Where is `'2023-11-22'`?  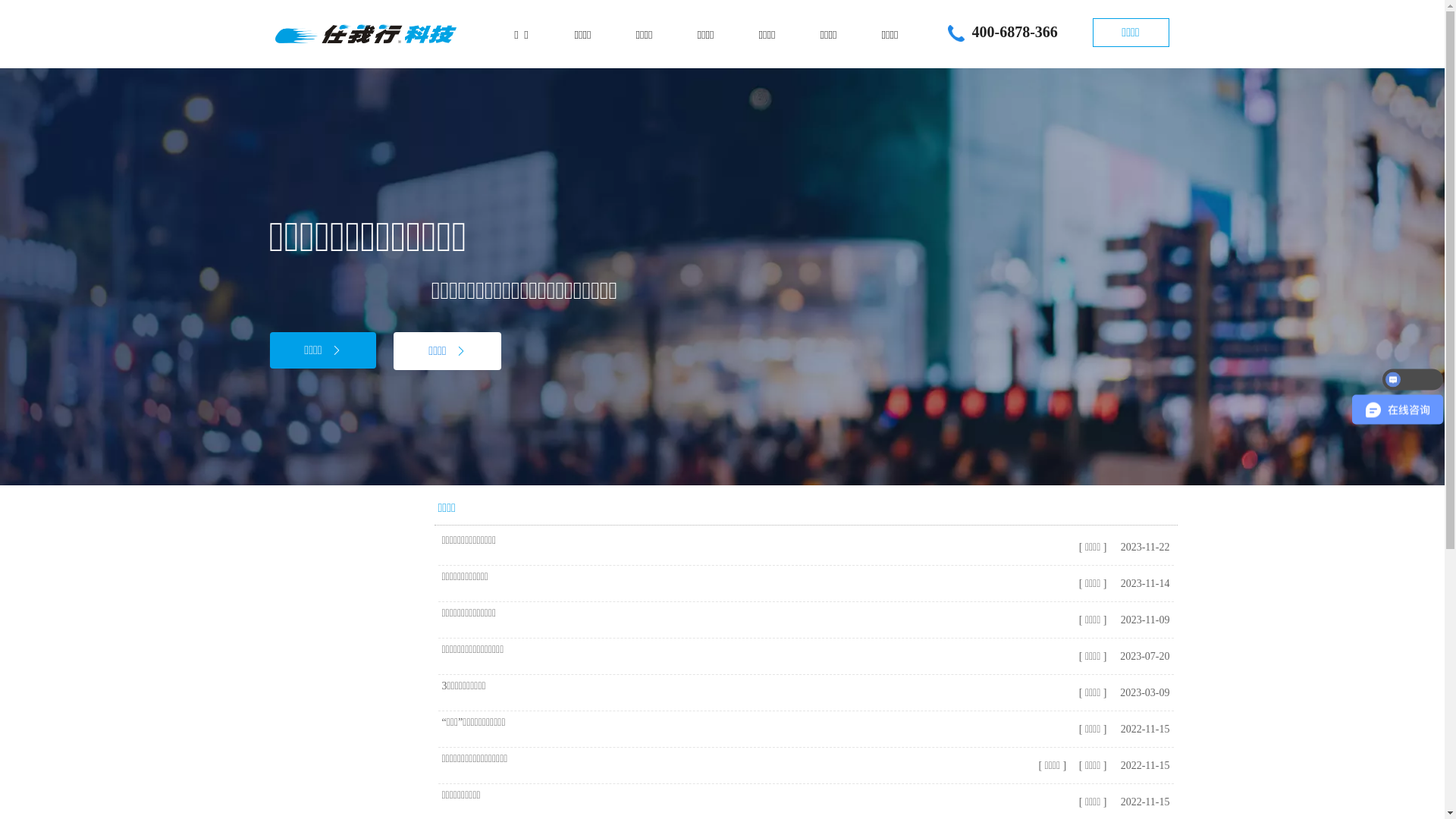
'2023-11-22' is located at coordinates (1143, 547).